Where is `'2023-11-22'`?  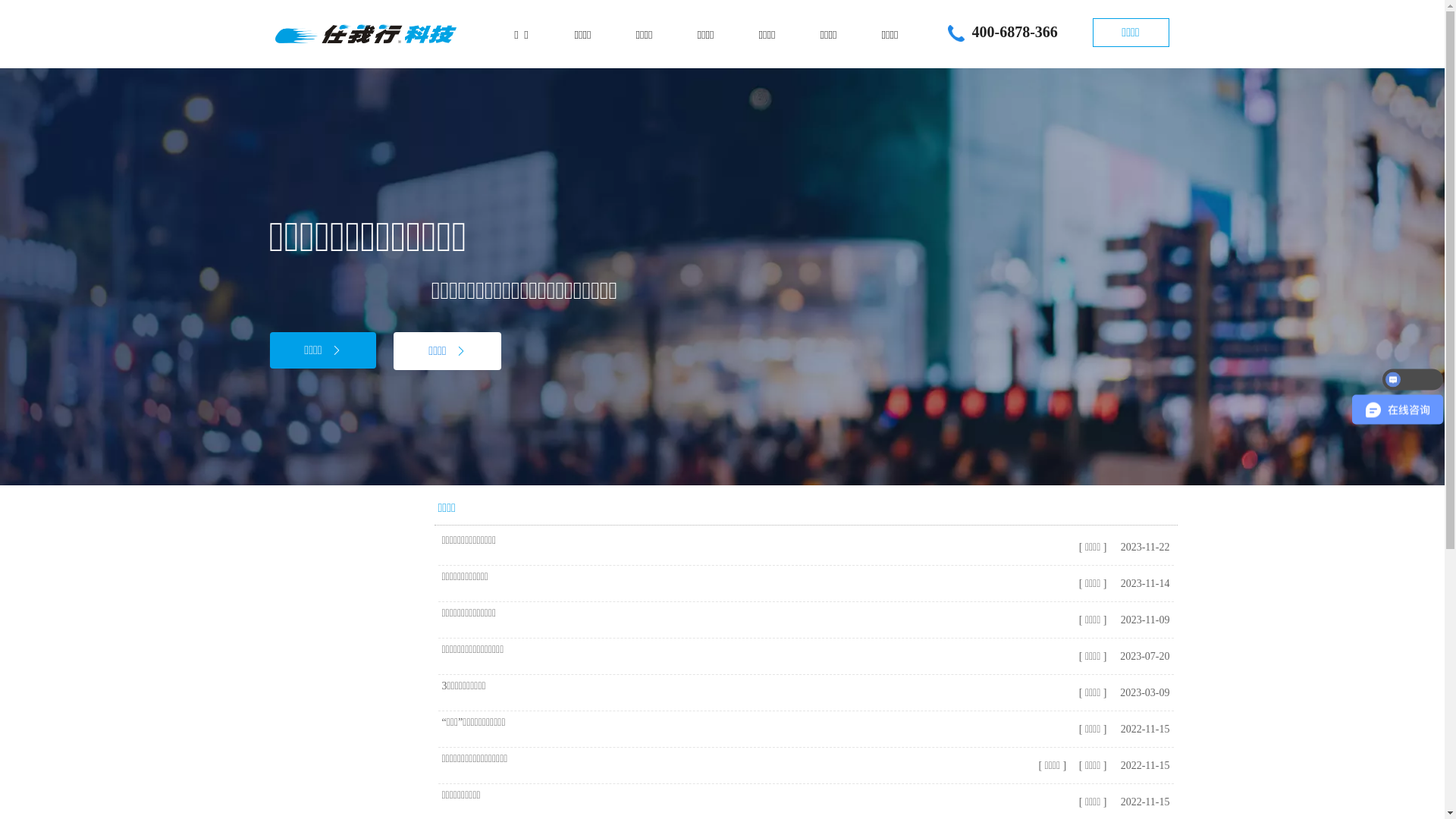
'2023-11-22' is located at coordinates (1143, 547).